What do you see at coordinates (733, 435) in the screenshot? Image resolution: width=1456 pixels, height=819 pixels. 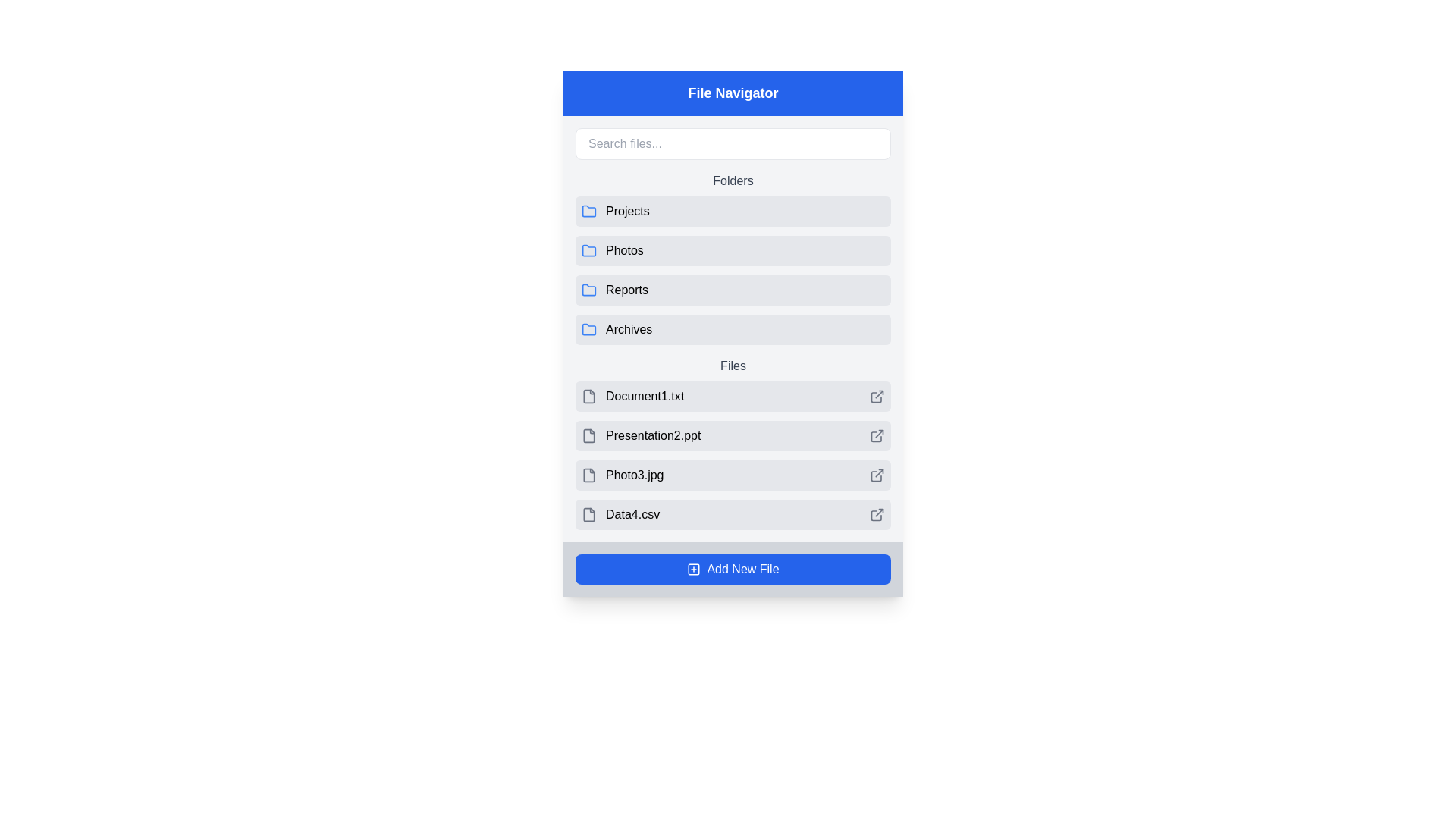 I see `the file list entry for 'Presentation2.ppt', which is the second item in the file list below 'Document1.txt' and above 'Photo3.jpg'` at bounding box center [733, 435].